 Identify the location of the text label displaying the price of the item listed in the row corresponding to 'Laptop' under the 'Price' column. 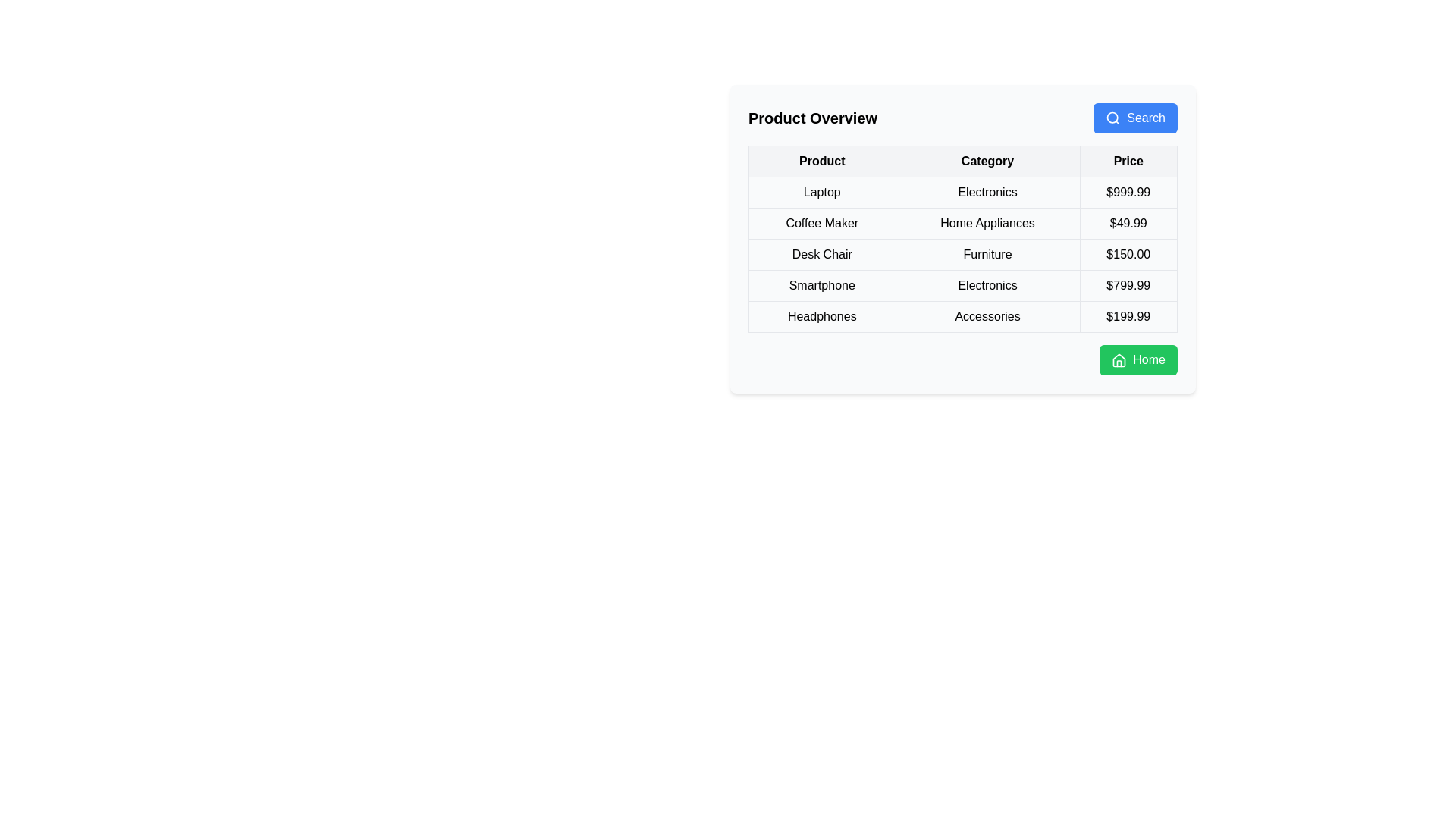
(1128, 192).